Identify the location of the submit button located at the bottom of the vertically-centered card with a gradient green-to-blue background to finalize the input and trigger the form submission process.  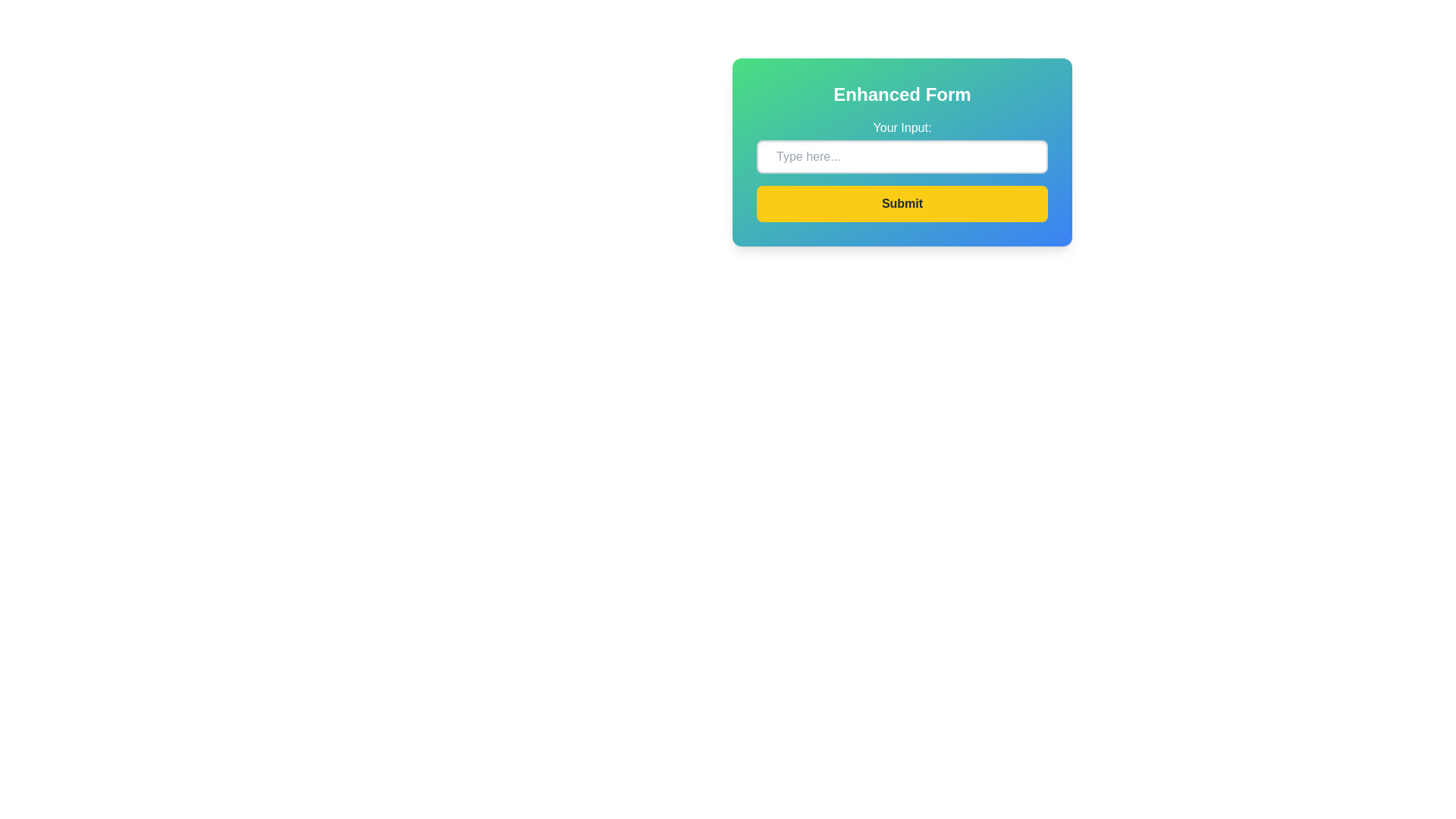
(902, 203).